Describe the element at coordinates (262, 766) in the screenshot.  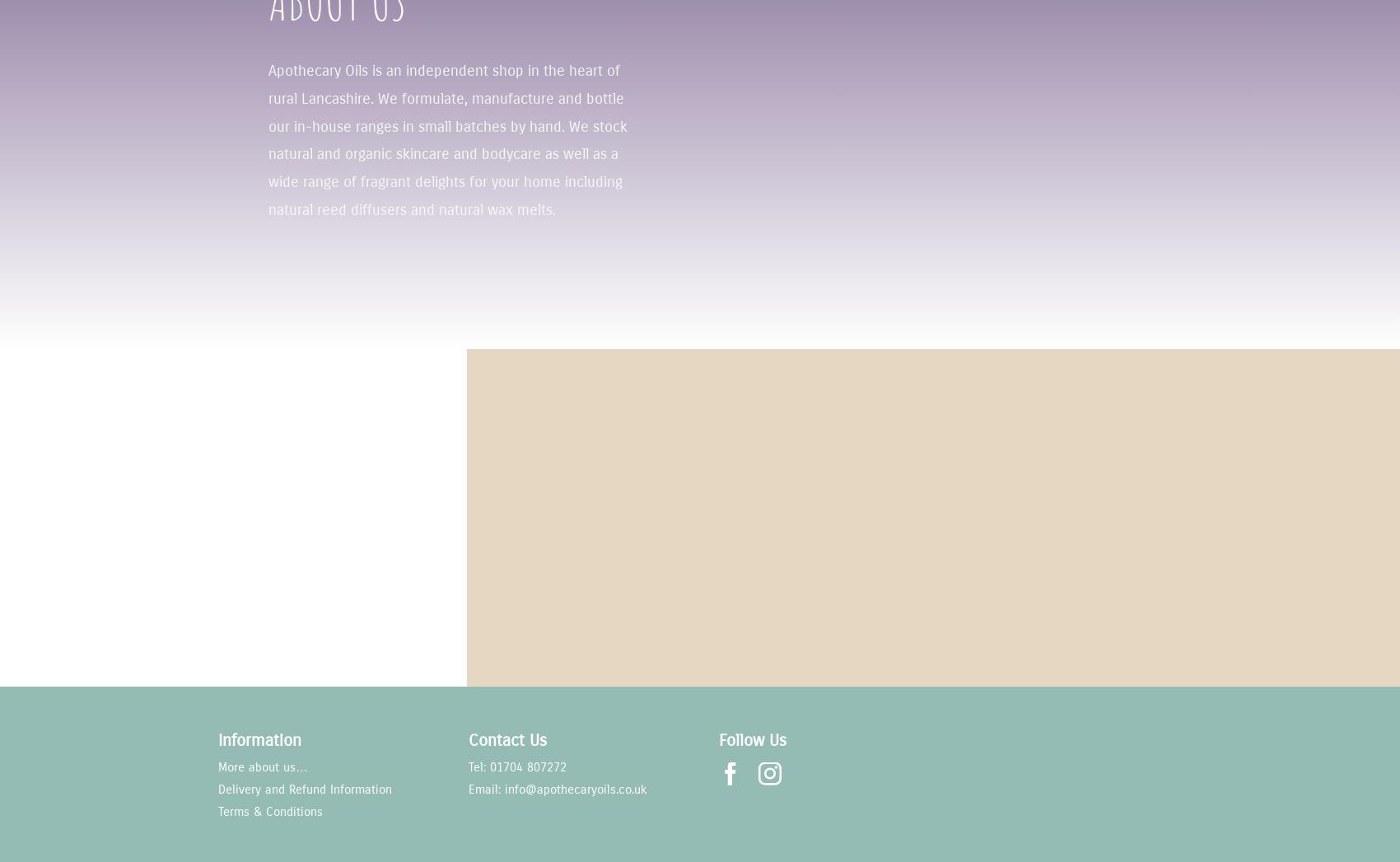
I see `'More about us…'` at that location.